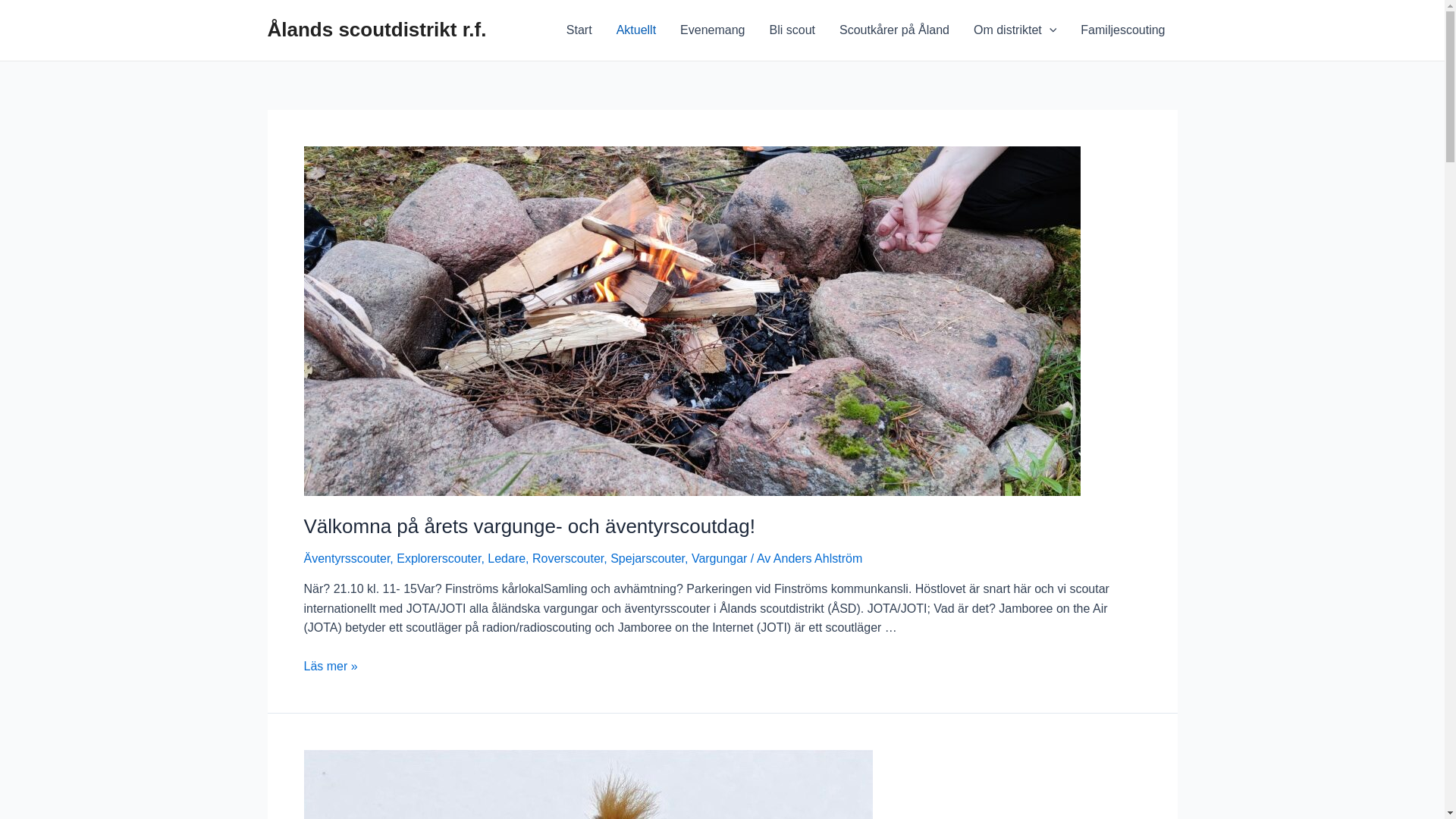 This screenshot has width=1456, height=819. Describe the element at coordinates (506, 558) in the screenshot. I see `'Ledare'` at that location.